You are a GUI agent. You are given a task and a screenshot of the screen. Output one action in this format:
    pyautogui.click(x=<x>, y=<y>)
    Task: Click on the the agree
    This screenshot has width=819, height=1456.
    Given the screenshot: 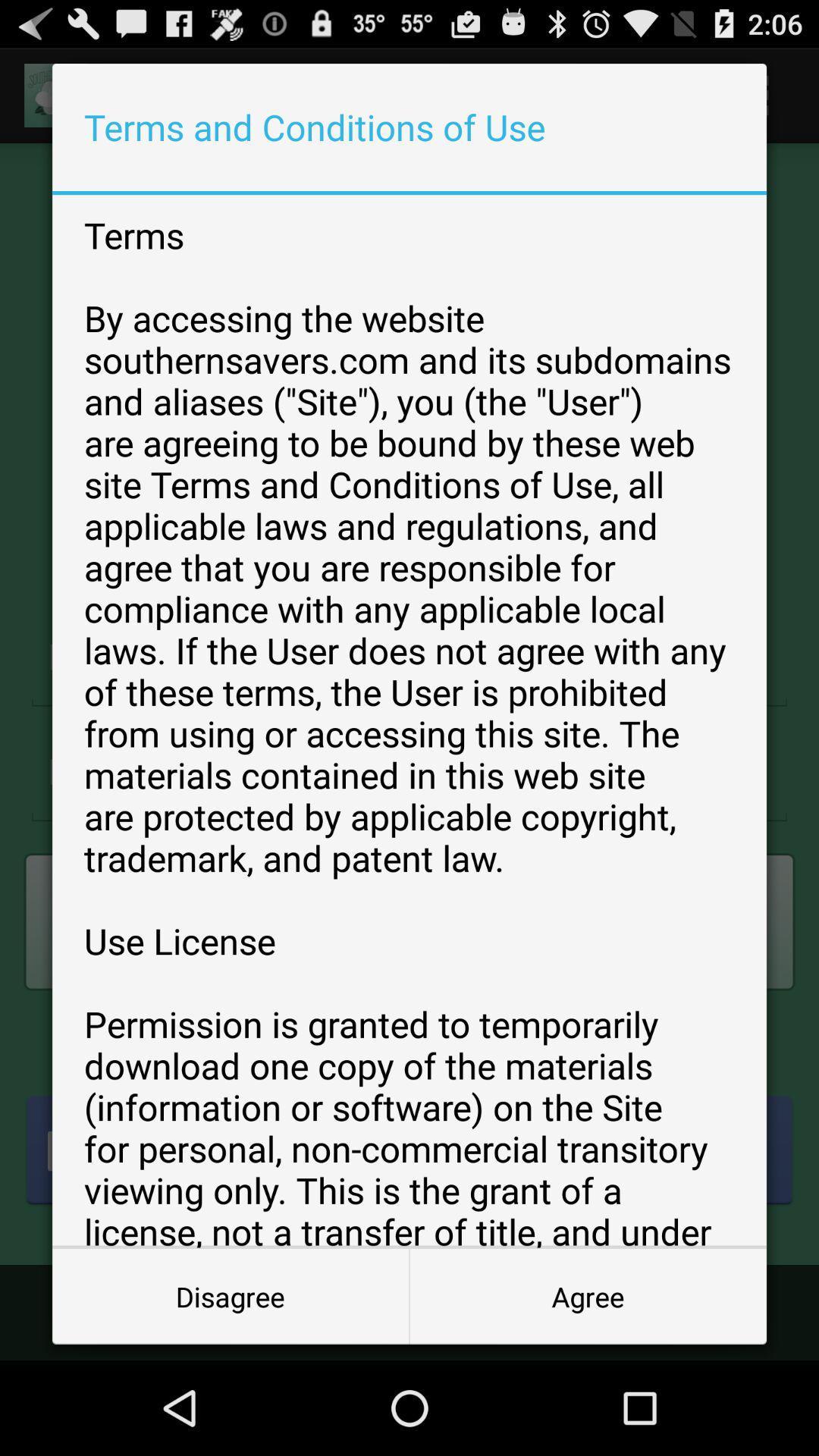 What is the action you would take?
    pyautogui.click(x=587, y=1295)
    